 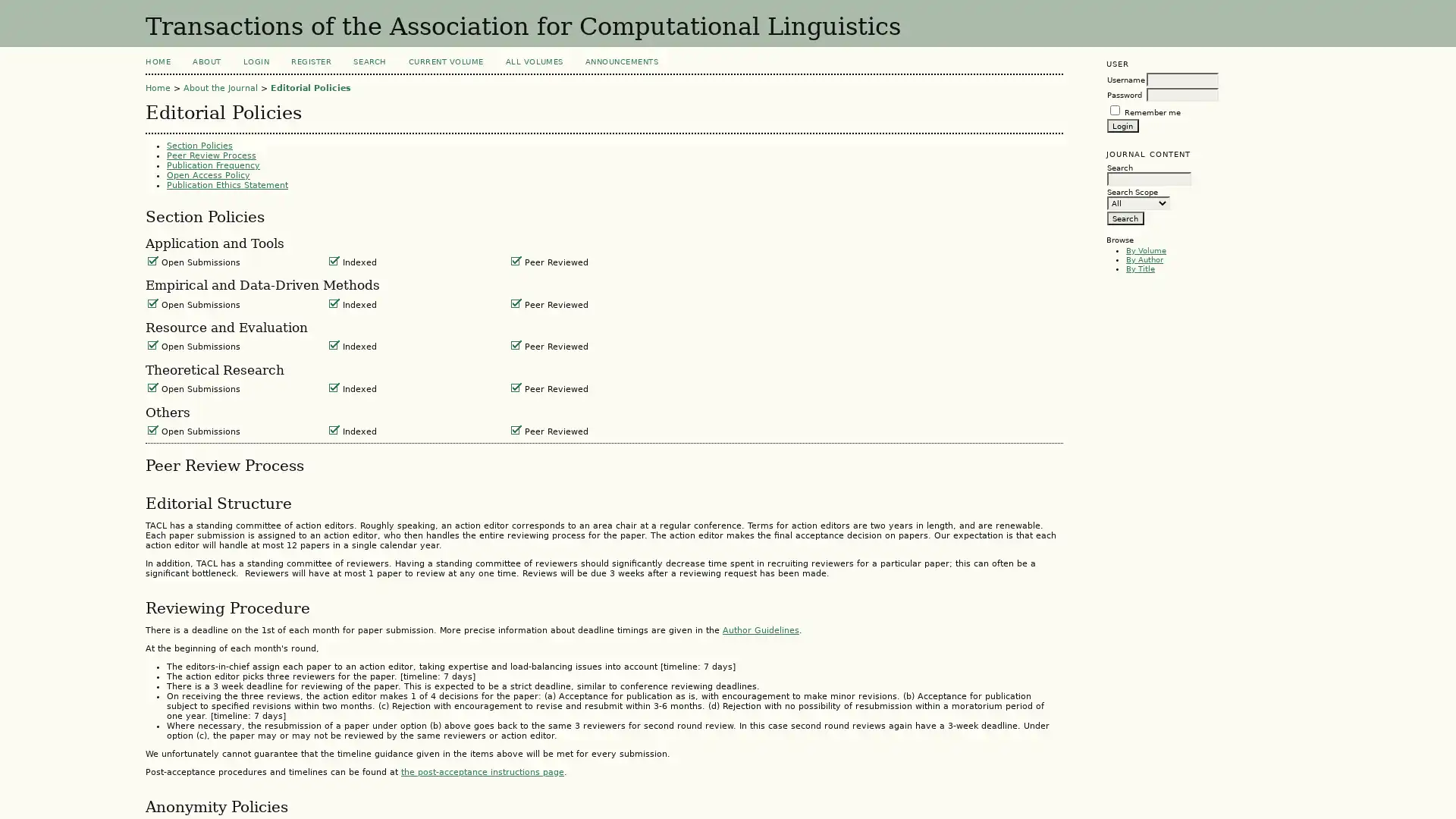 What do you see at coordinates (1125, 217) in the screenshot?
I see `Search` at bounding box center [1125, 217].